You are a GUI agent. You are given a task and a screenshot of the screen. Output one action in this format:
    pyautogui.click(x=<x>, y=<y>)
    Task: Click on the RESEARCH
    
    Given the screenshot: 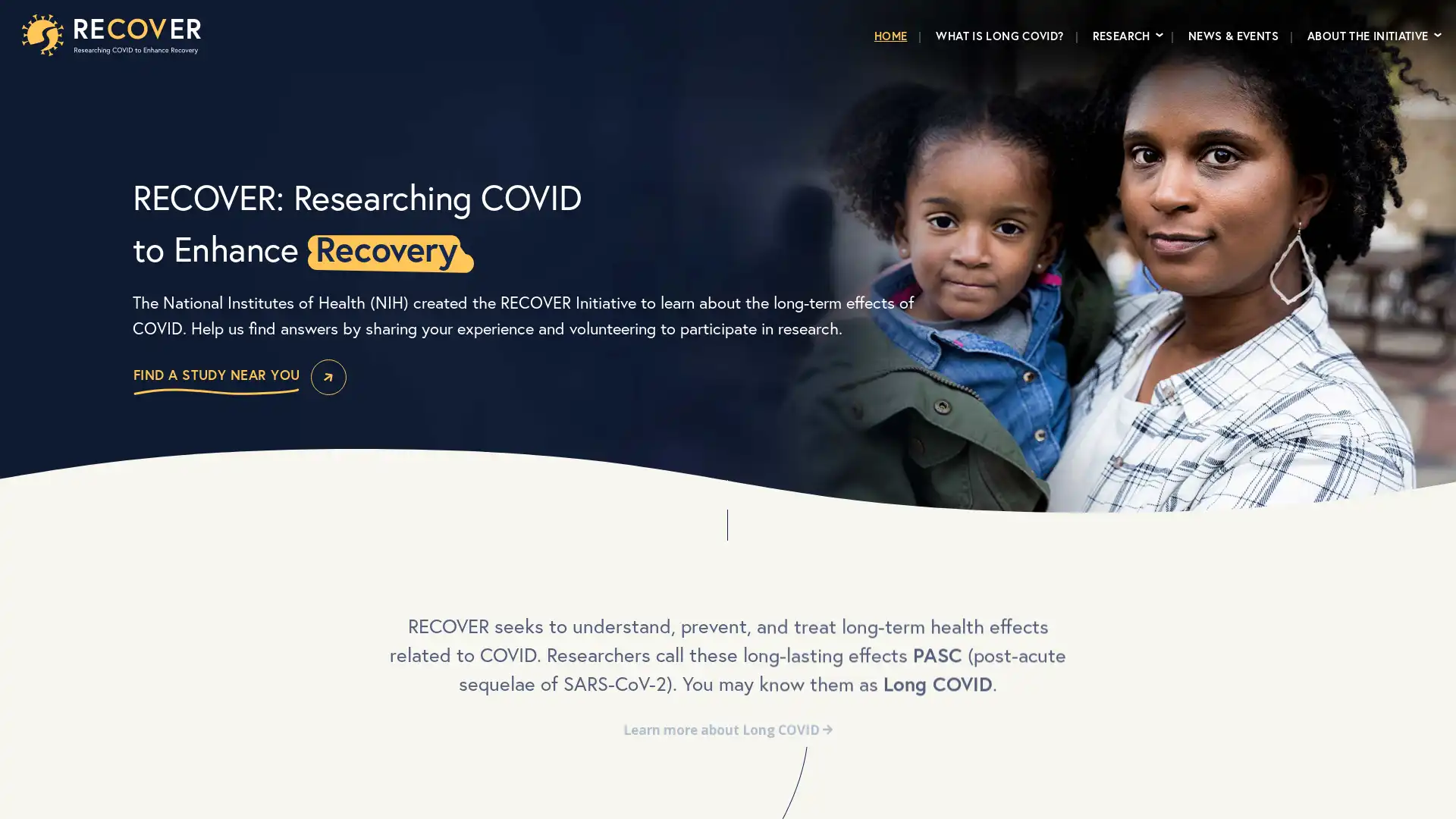 What is the action you would take?
    pyautogui.click(x=1124, y=34)
    